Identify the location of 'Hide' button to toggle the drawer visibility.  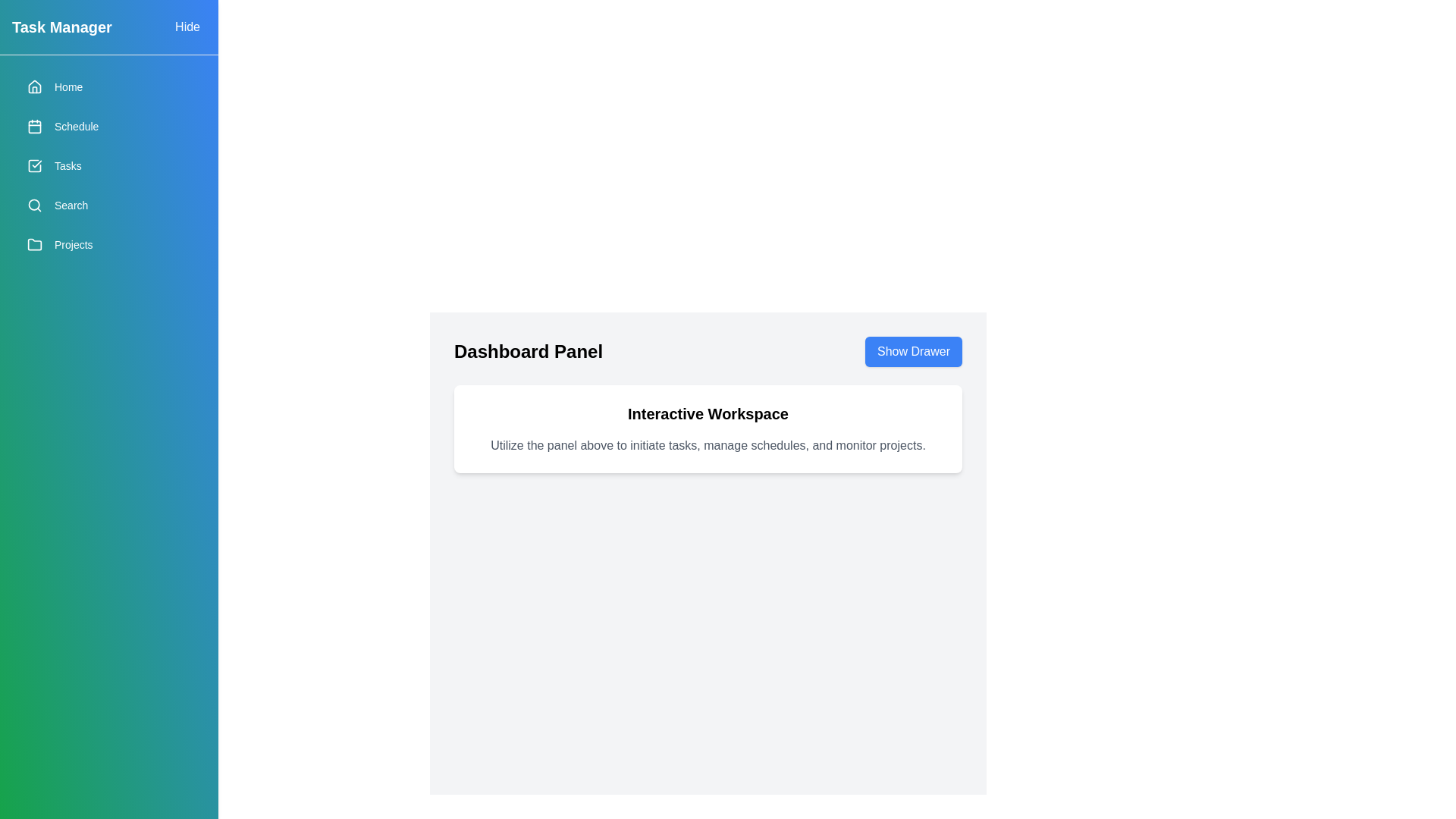
(187, 27).